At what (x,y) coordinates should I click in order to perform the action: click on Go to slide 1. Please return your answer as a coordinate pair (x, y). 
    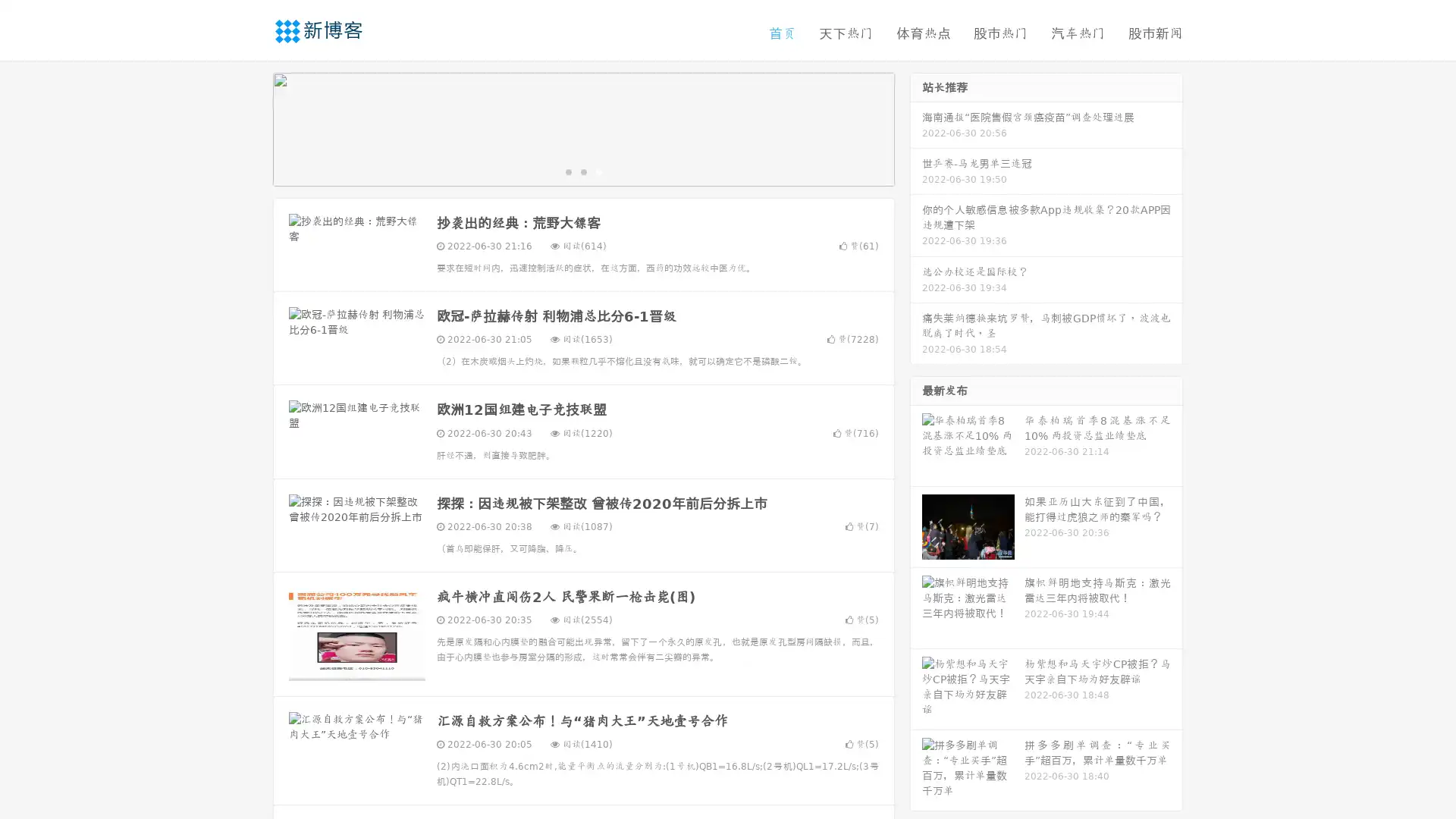
    Looking at the image, I should click on (567, 171).